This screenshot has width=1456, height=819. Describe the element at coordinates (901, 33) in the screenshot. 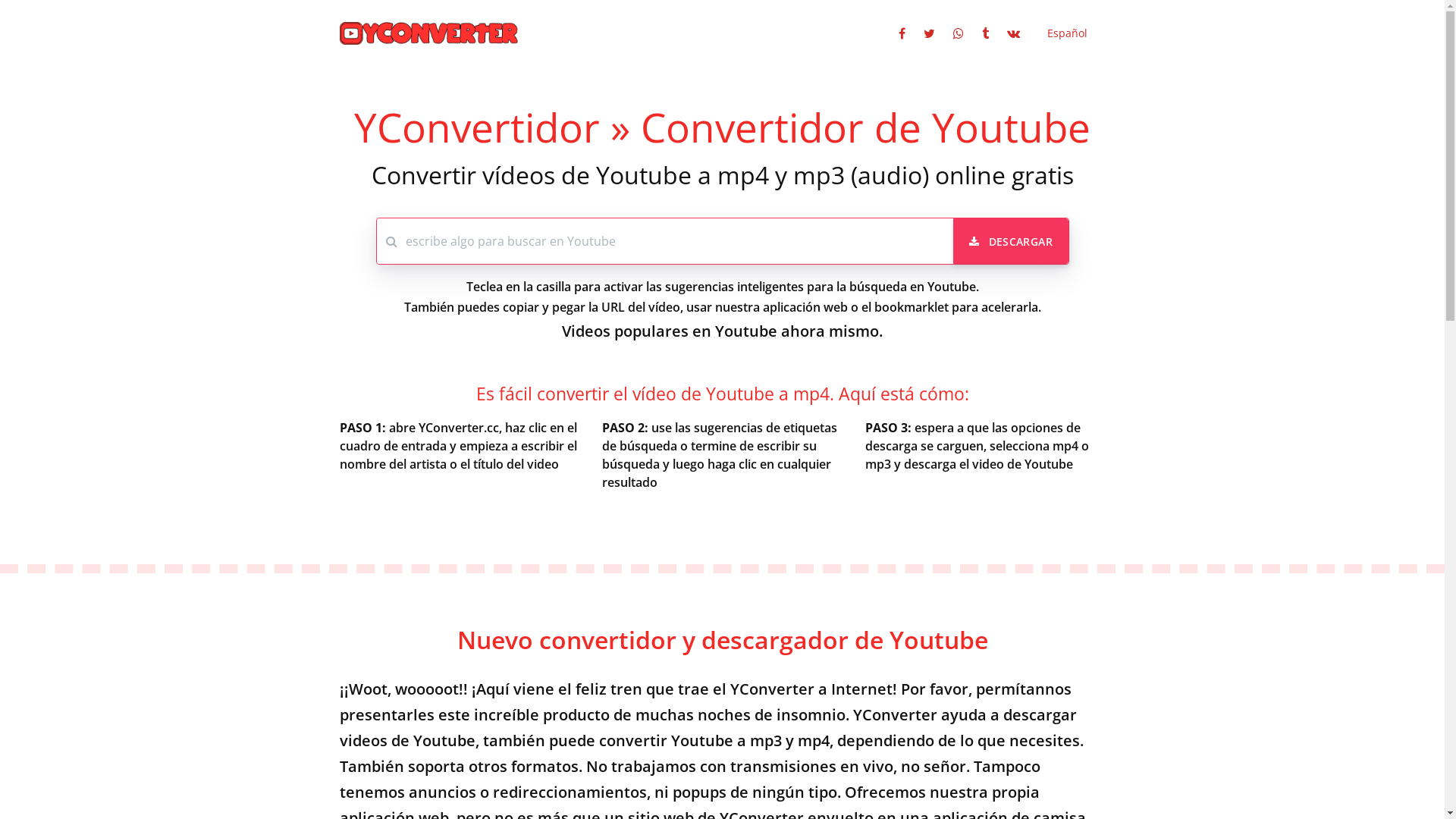

I see `'Compartir en Facebook'` at that location.